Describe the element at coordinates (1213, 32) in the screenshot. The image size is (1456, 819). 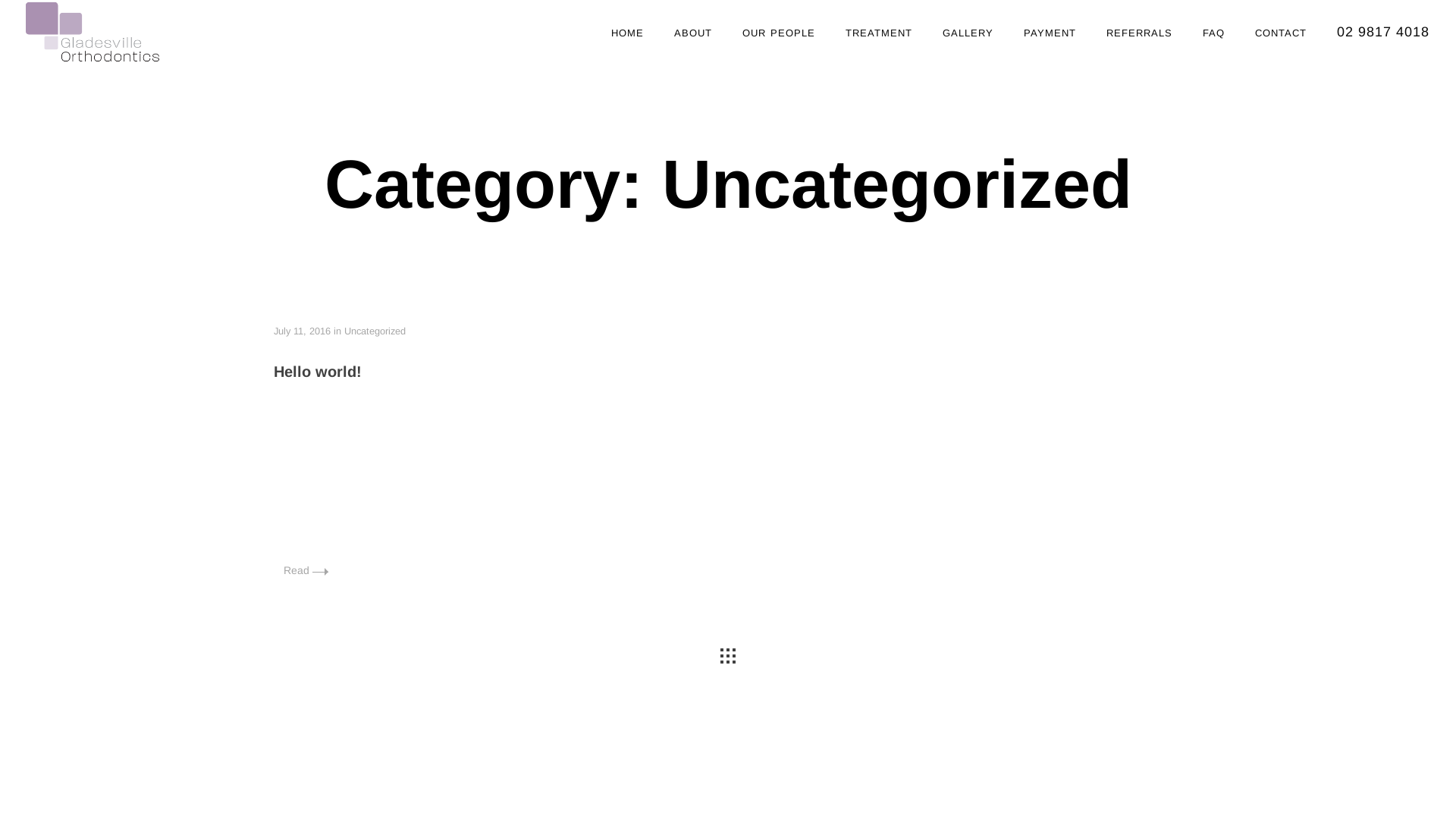
I see `'faq'` at that location.